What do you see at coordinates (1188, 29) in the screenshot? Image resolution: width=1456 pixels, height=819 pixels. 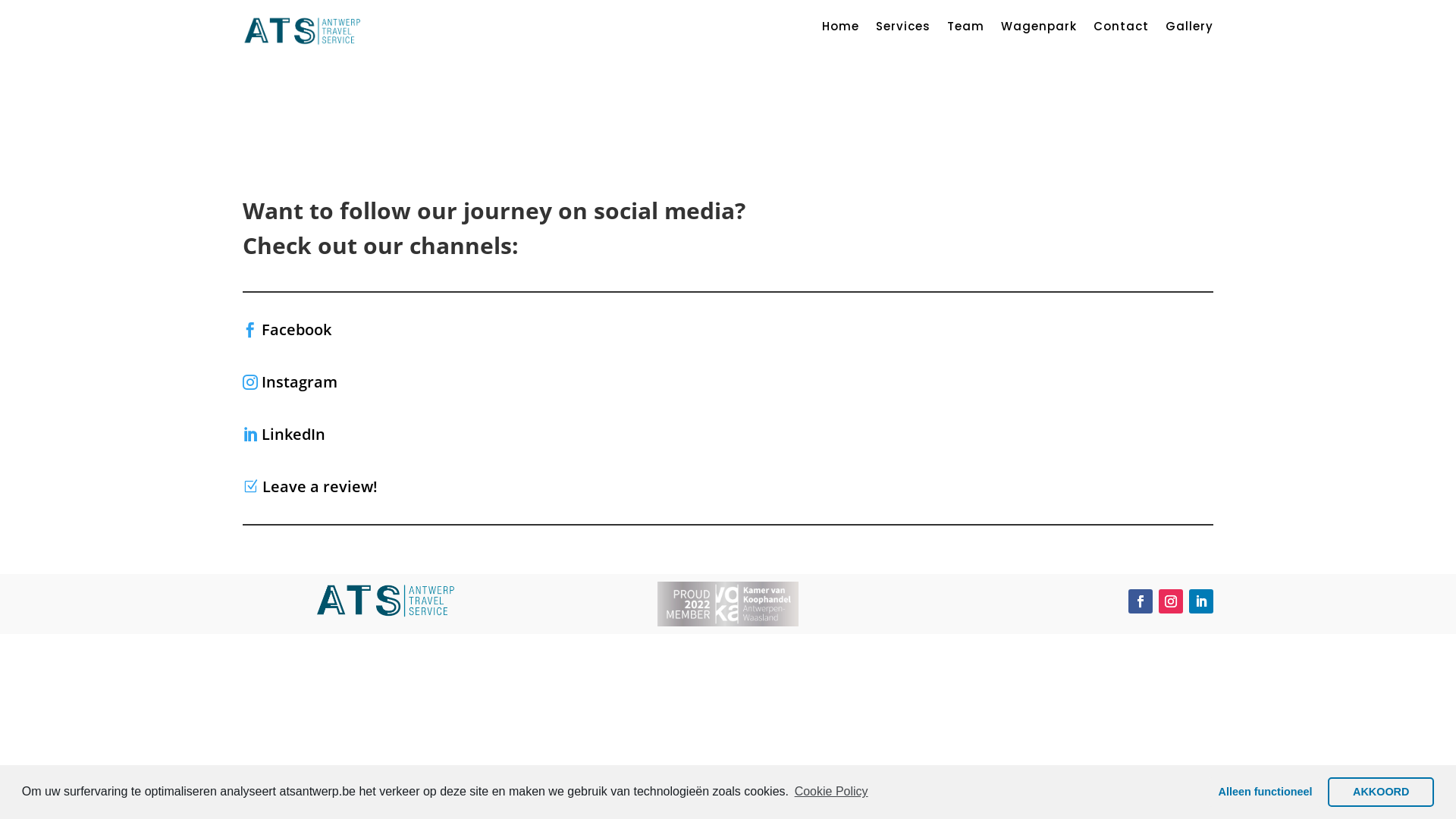 I see `'Gallery'` at bounding box center [1188, 29].